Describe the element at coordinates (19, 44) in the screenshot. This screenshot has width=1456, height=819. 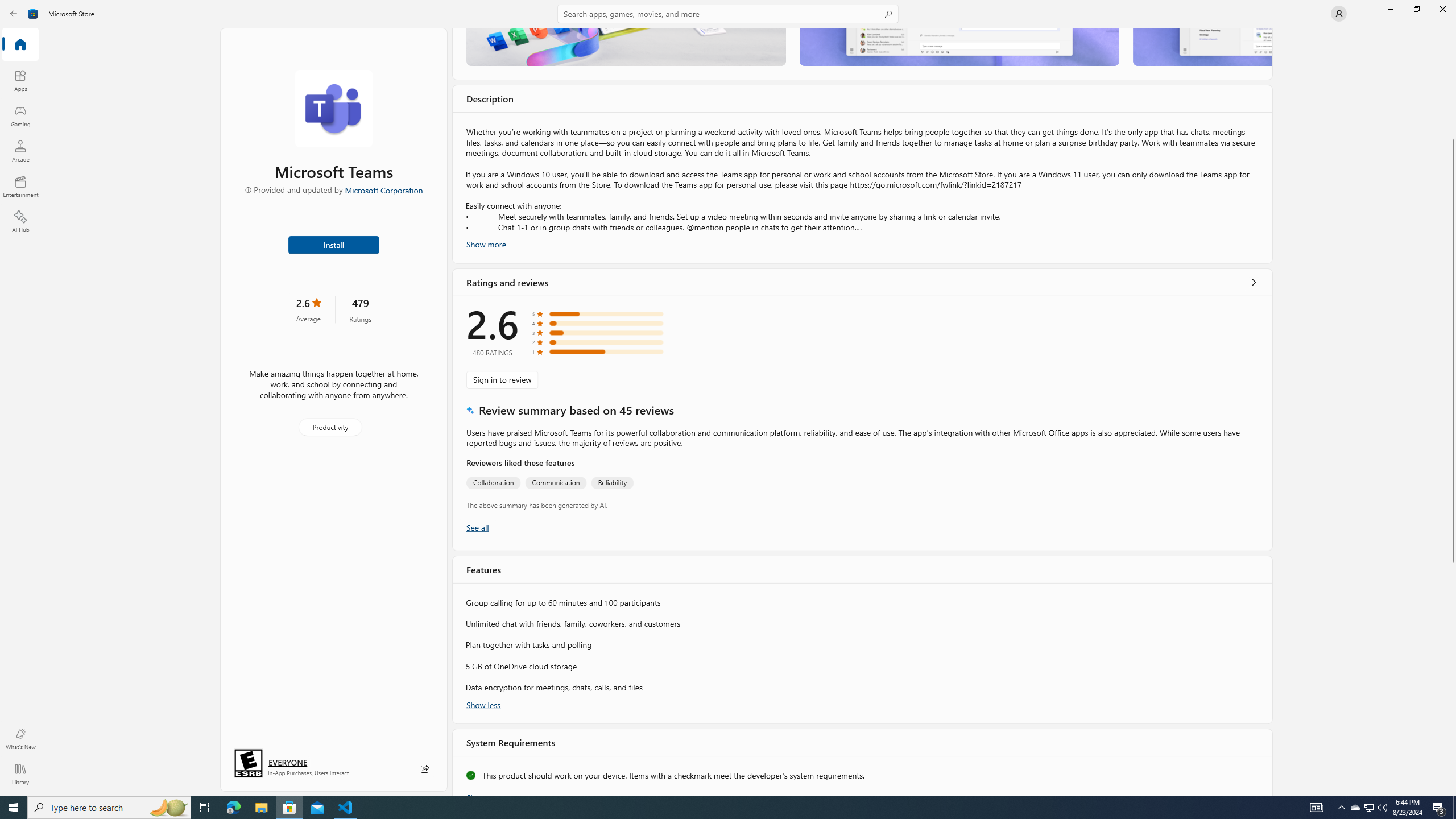
I see `'Home'` at that location.